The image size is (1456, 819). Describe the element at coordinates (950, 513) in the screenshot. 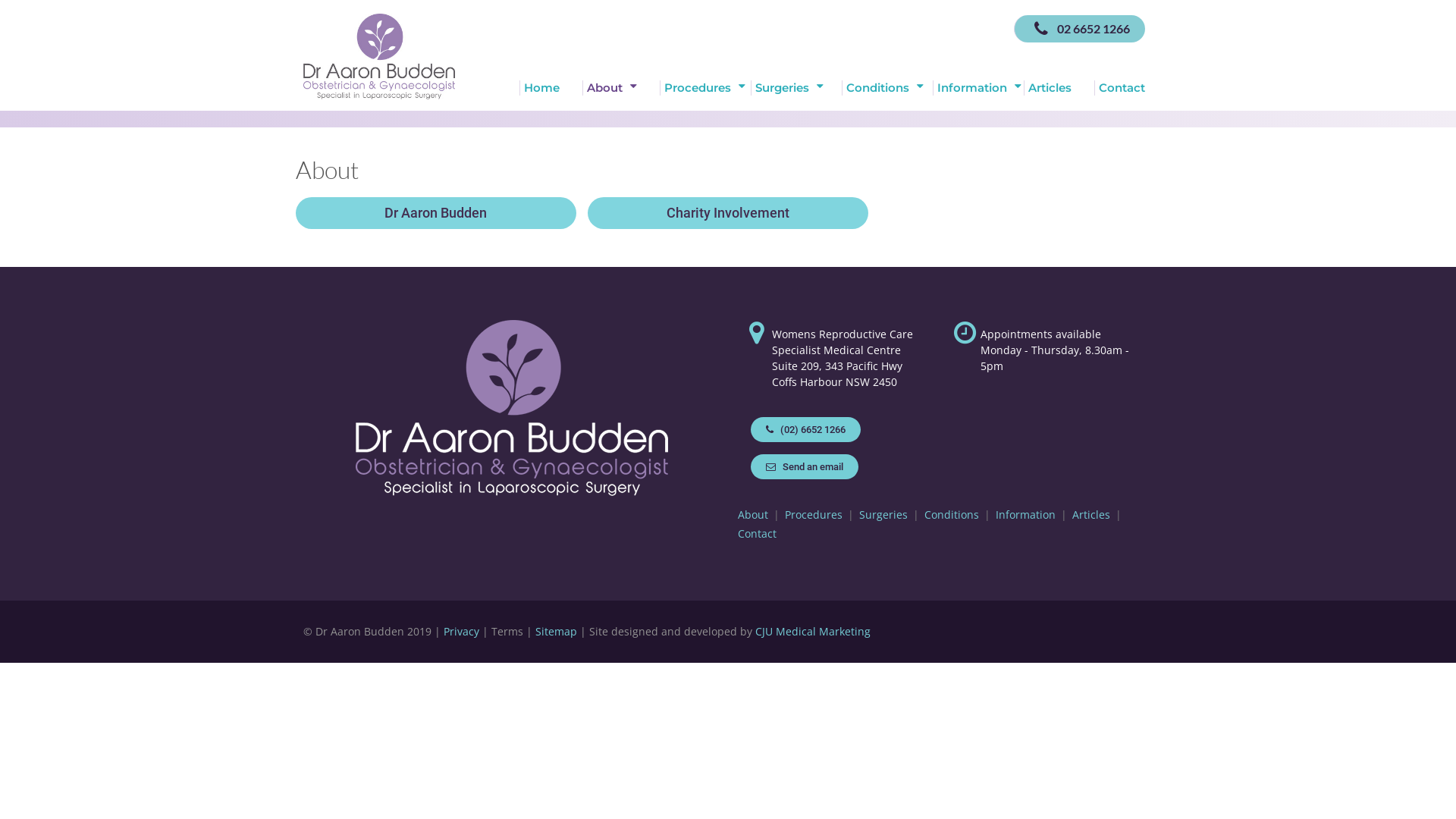

I see `'Conditions'` at that location.